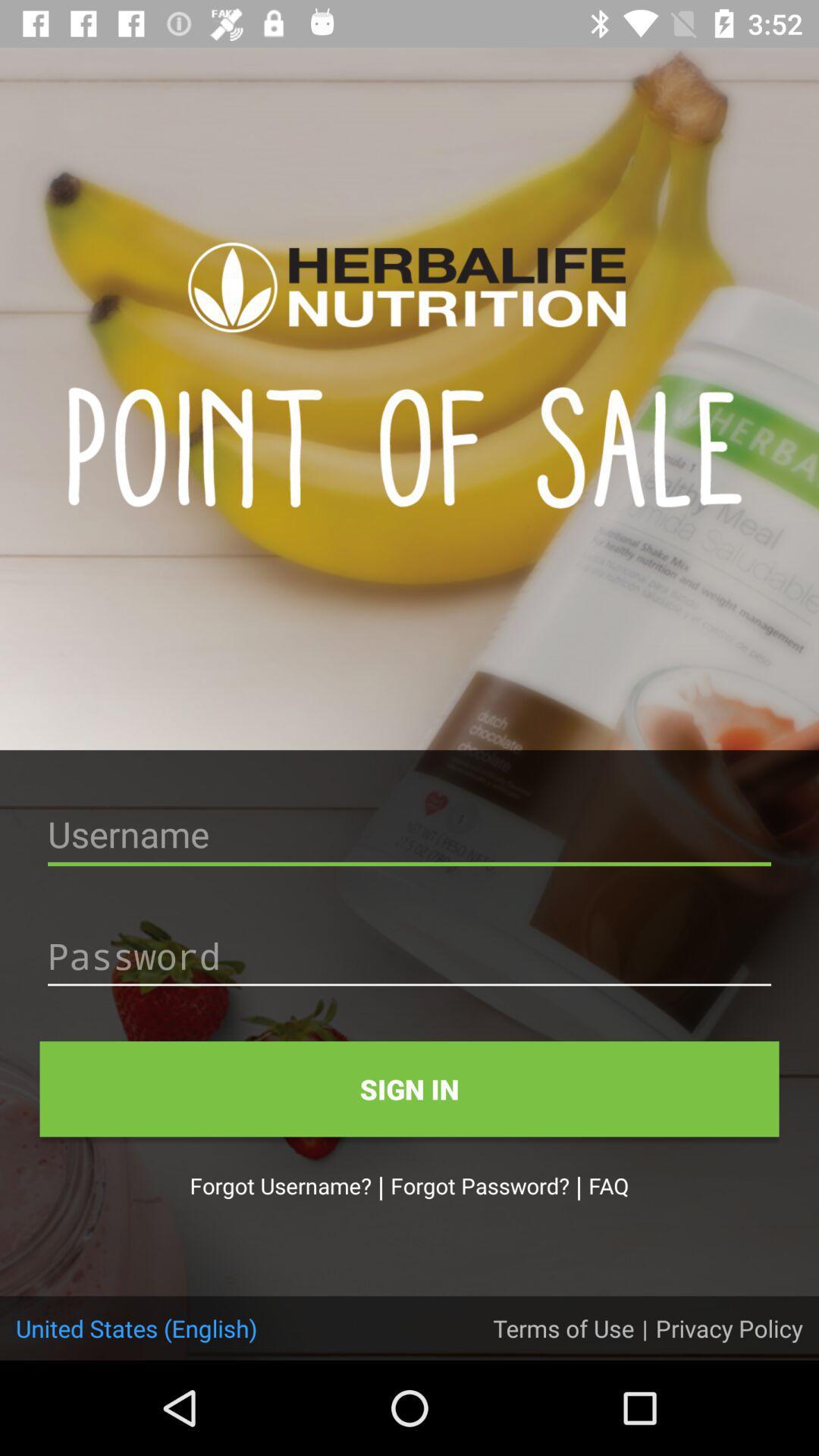 The image size is (819, 1456). I want to click on united states (english) item, so click(136, 1327).